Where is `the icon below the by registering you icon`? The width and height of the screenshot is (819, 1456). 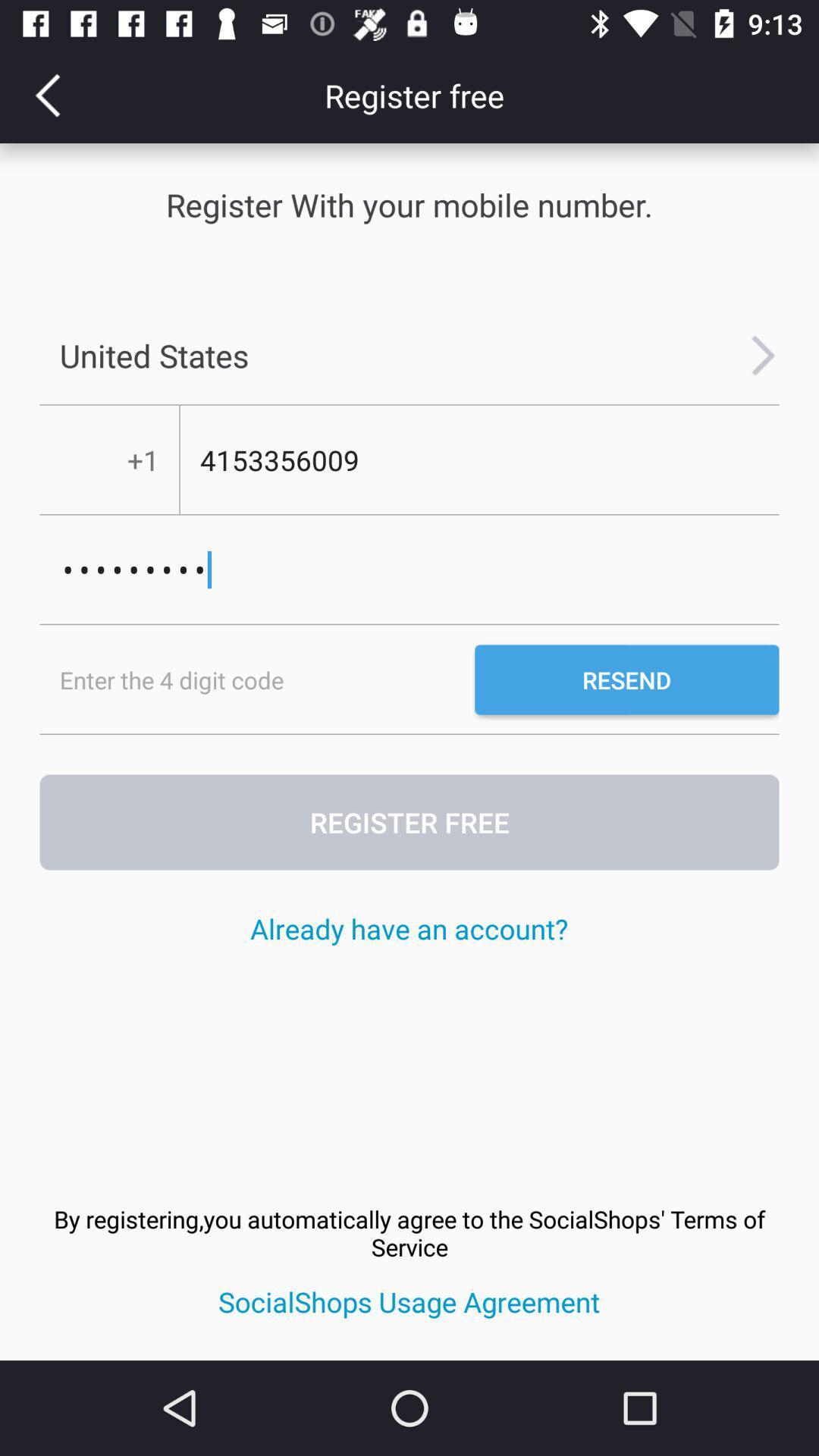 the icon below the by registering you icon is located at coordinates (408, 1301).